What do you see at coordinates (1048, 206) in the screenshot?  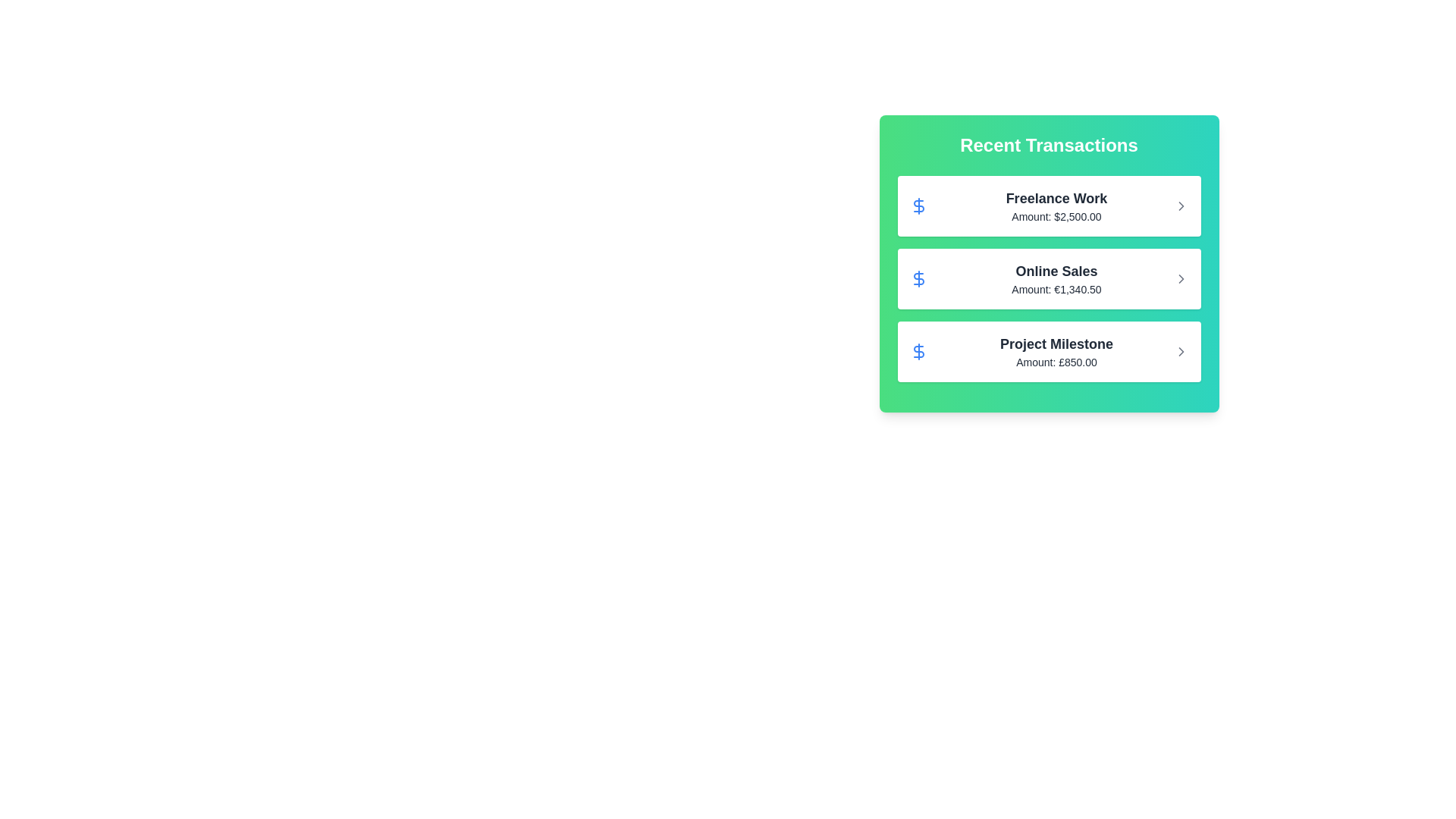 I see `the Information card displaying the summary of the transaction titled 'Freelance Work' with a monetary value of $2,500.00, which is the first item in the vertical list below the 'Recent Transactions' header` at bounding box center [1048, 206].